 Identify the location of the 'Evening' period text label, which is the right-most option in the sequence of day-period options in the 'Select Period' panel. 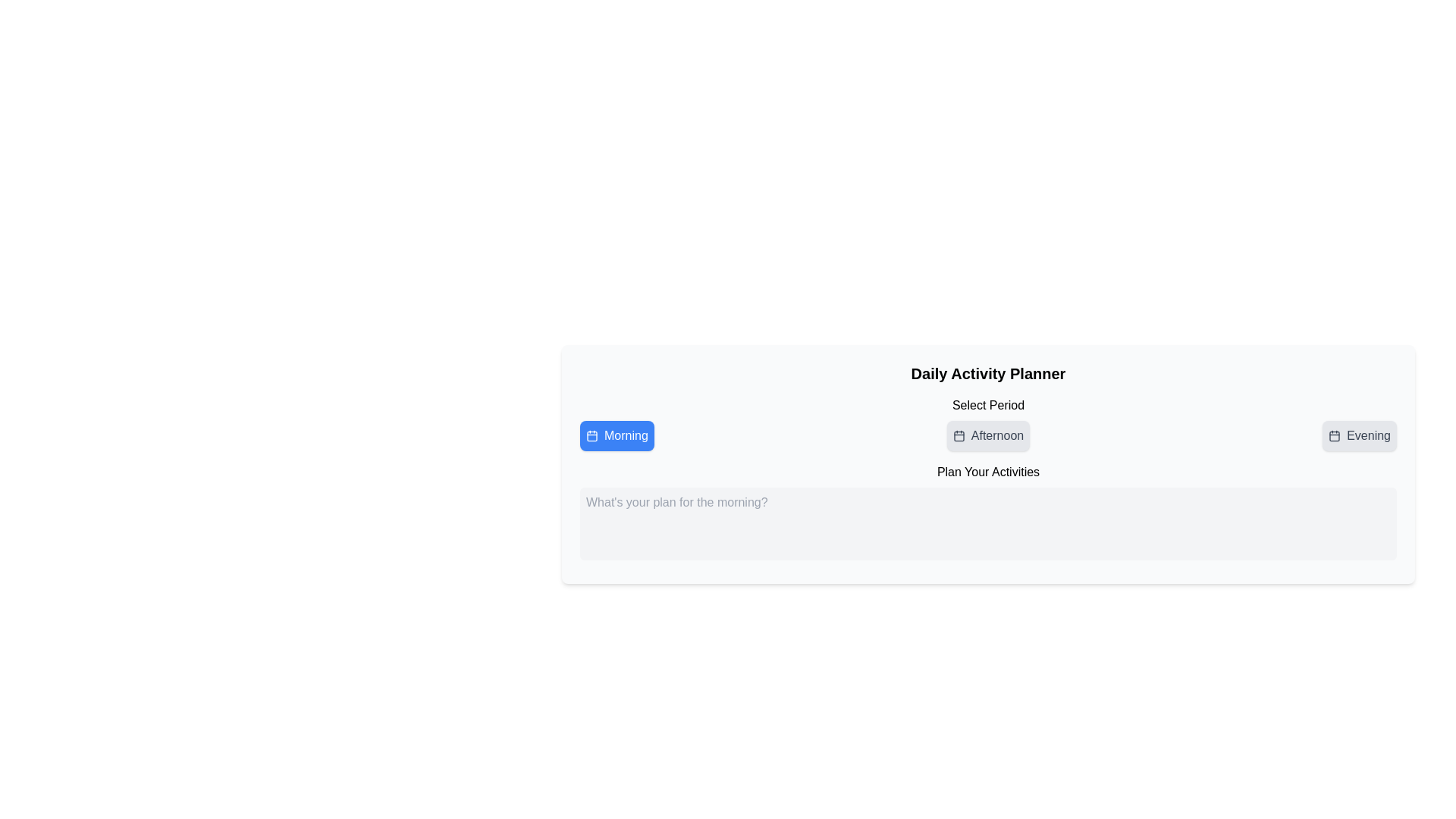
(1369, 435).